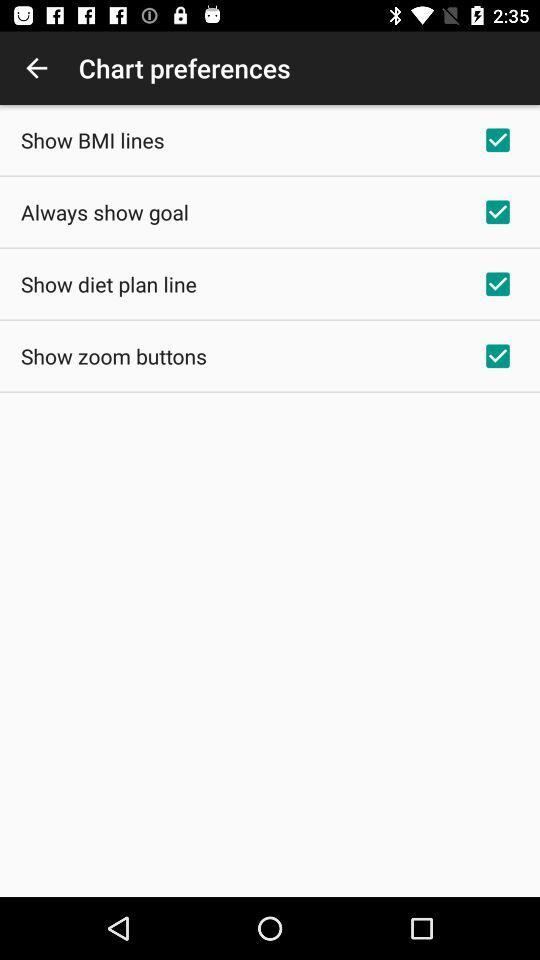  What do you see at coordinates (36, 68) in the screenshot?
I see `the app to the left of chart preferences app` at bounding box center [36, 68].